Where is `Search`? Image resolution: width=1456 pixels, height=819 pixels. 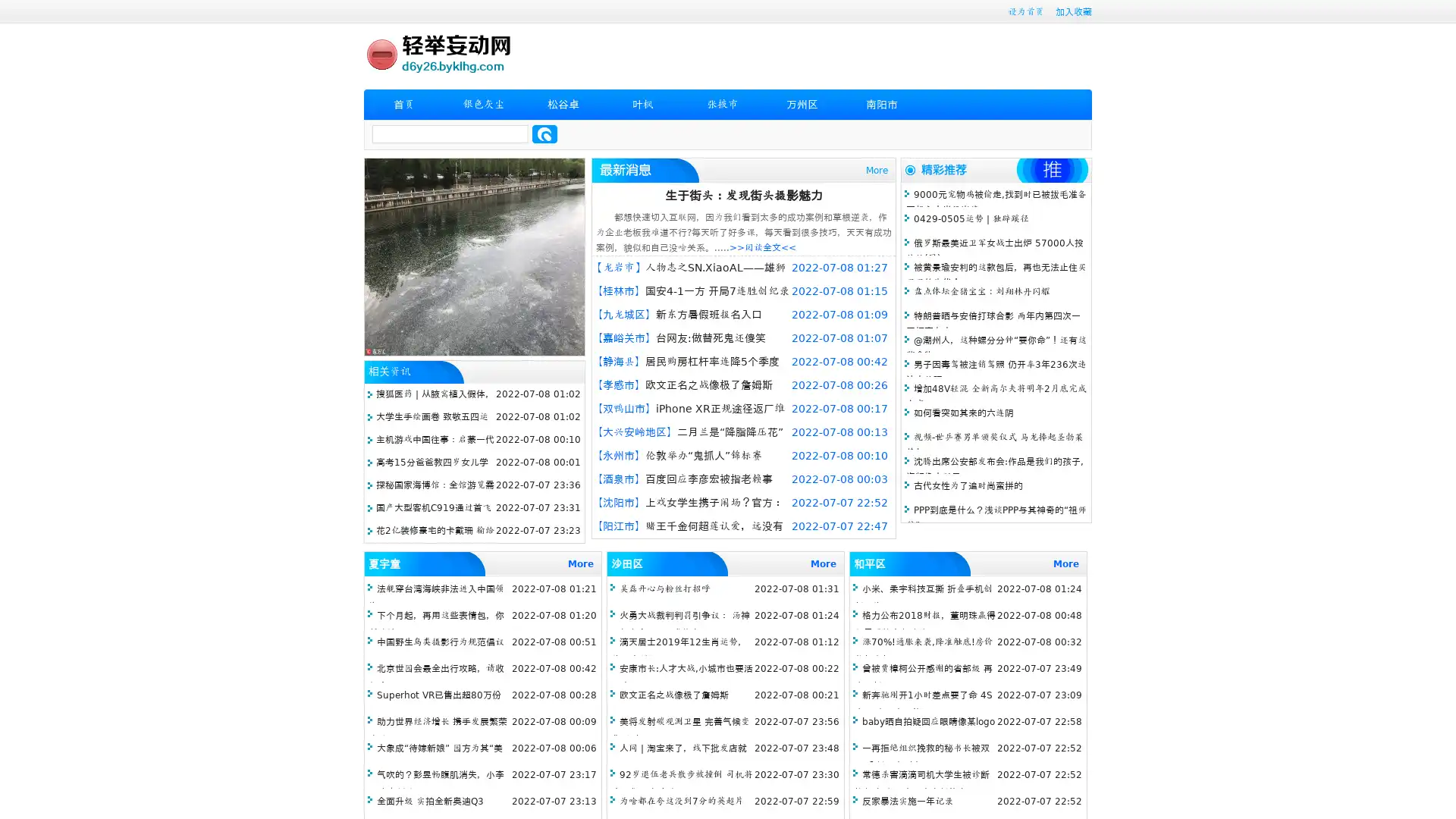 Search is located at coordinates (544, 133).